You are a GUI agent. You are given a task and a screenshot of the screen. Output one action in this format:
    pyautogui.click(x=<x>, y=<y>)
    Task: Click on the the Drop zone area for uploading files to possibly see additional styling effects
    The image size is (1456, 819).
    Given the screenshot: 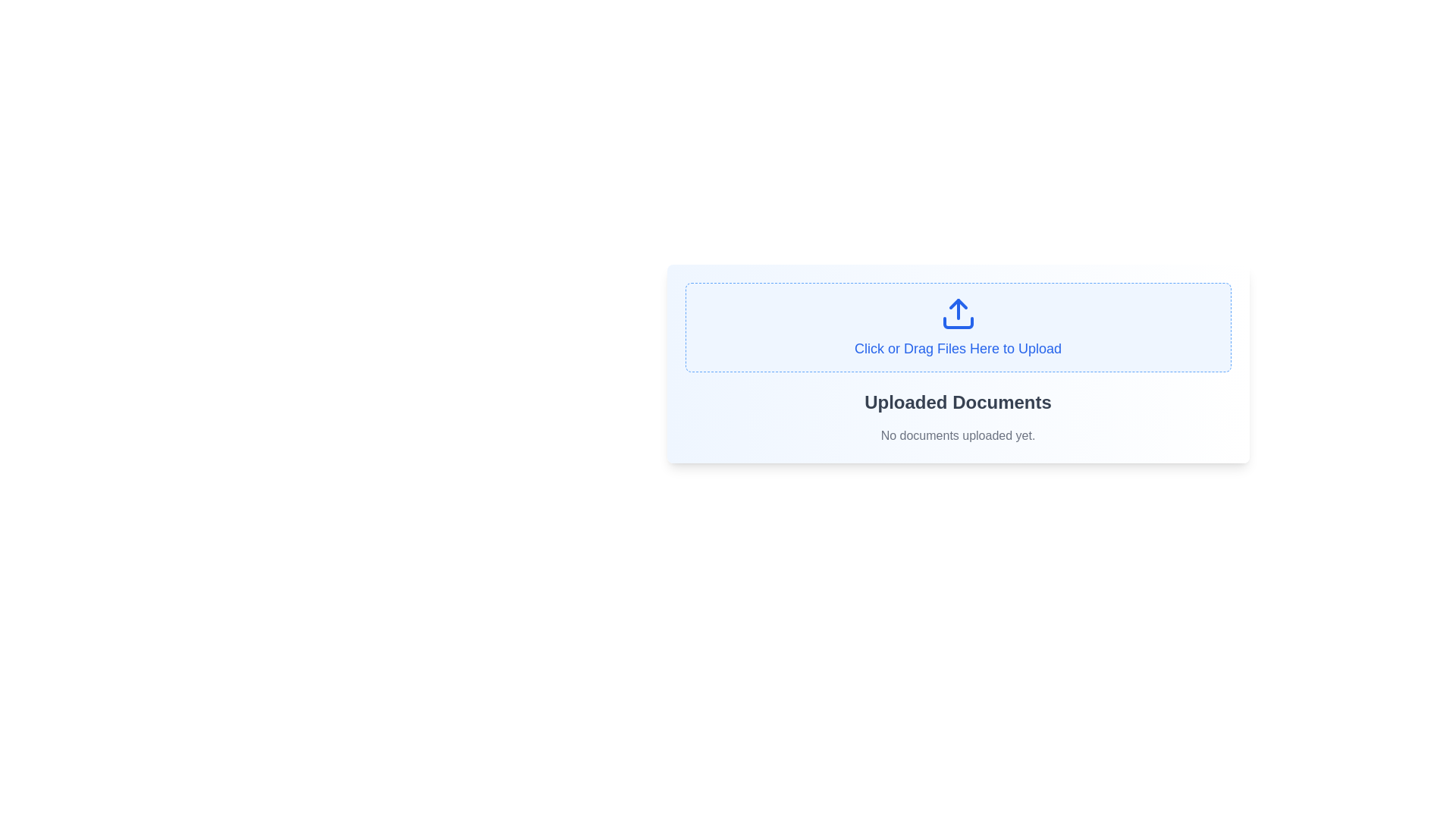 What is the action you would take?
    pyautogui.click(x=957, y=327)
    